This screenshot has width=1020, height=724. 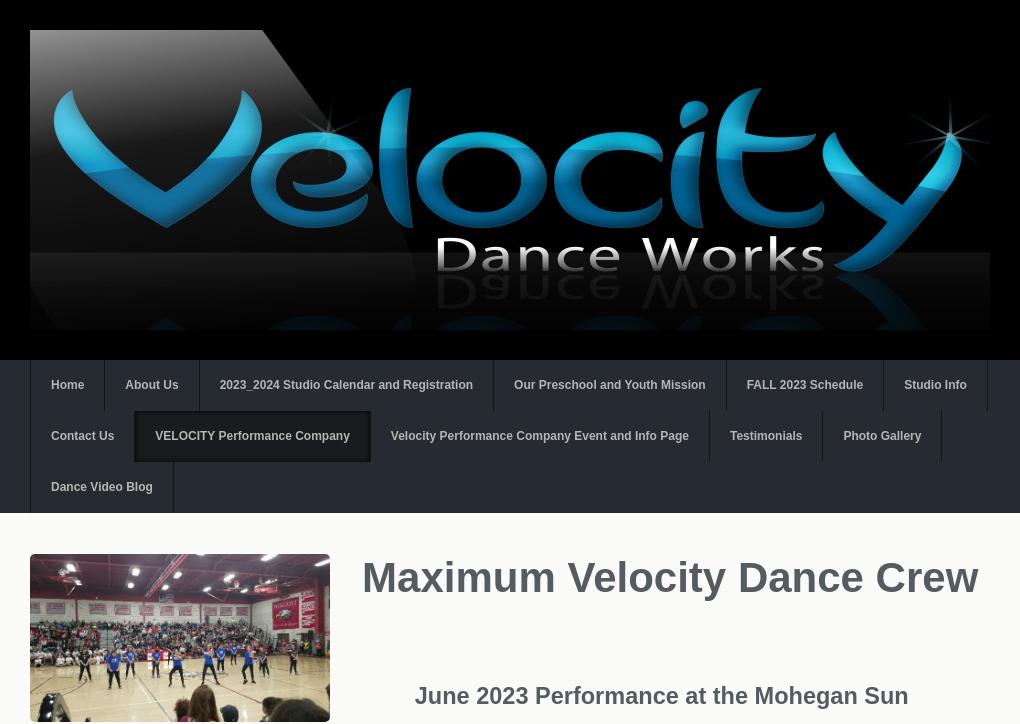 I want to click on 'Home', so click(x=67, y=385).